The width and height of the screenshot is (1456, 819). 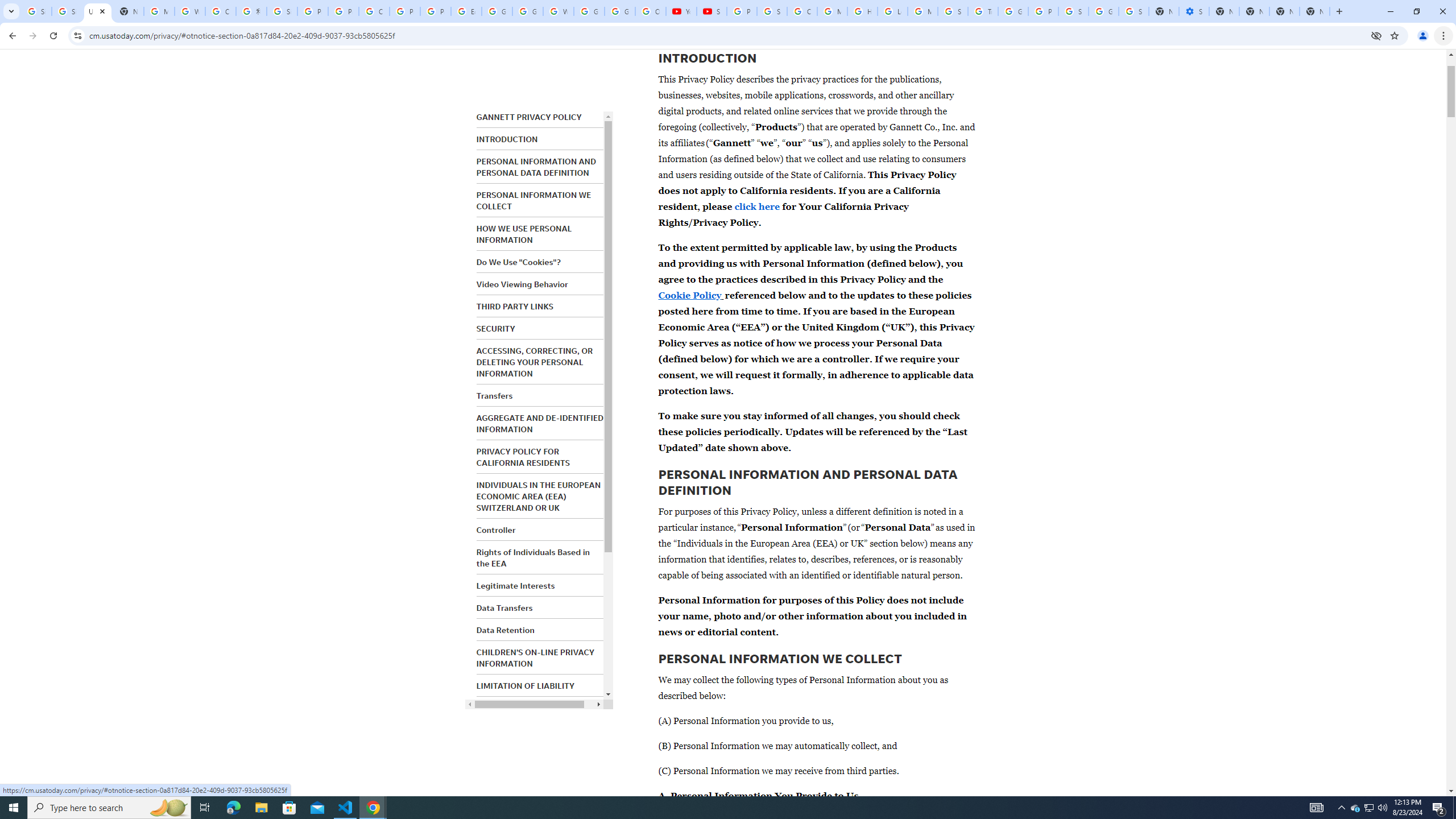 I want to click on 'Subscriptions - YouTube', so click(x=712, y=11).